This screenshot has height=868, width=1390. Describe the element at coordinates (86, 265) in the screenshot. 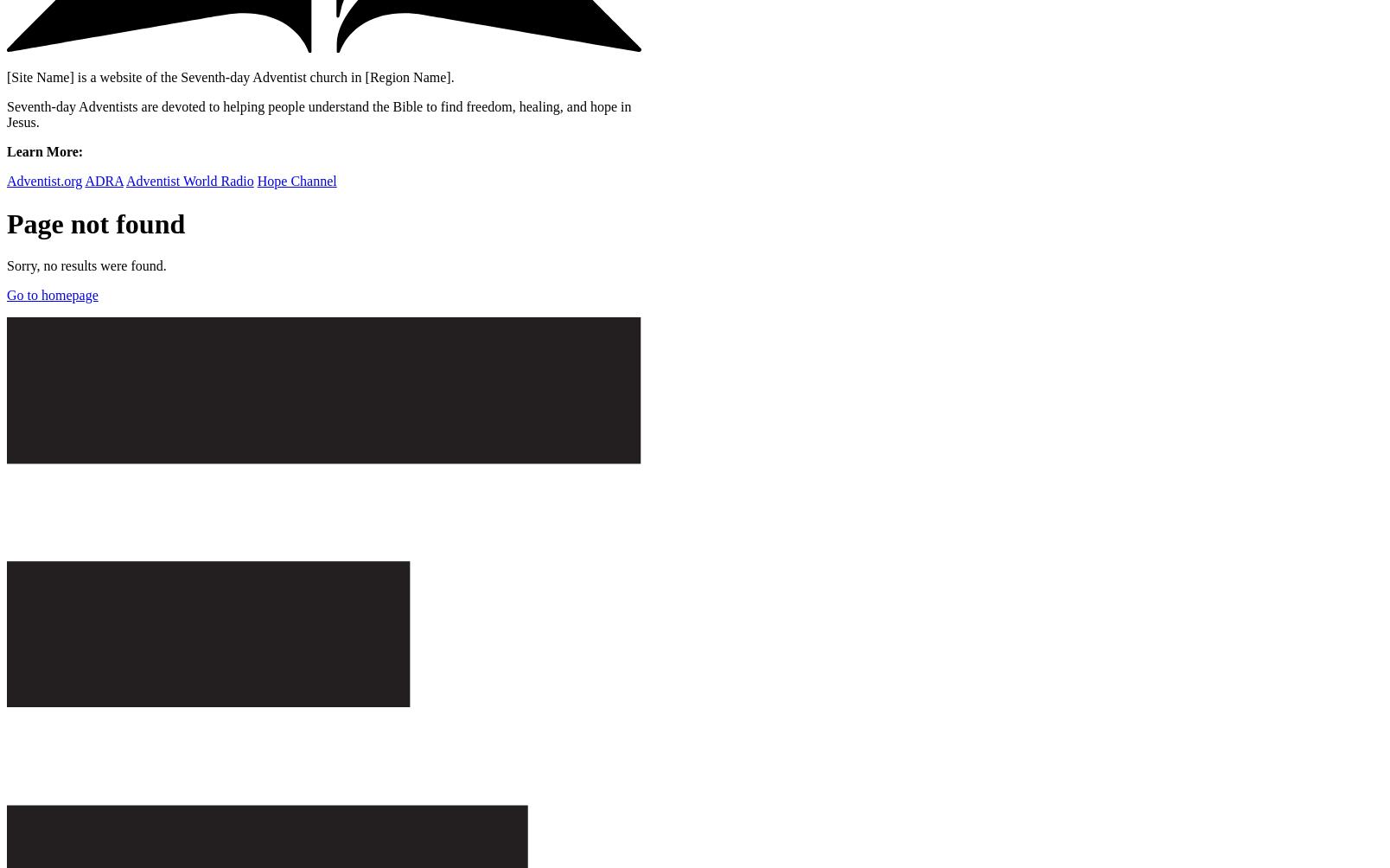

I see `'Sorry, no results were found.'` at that location.